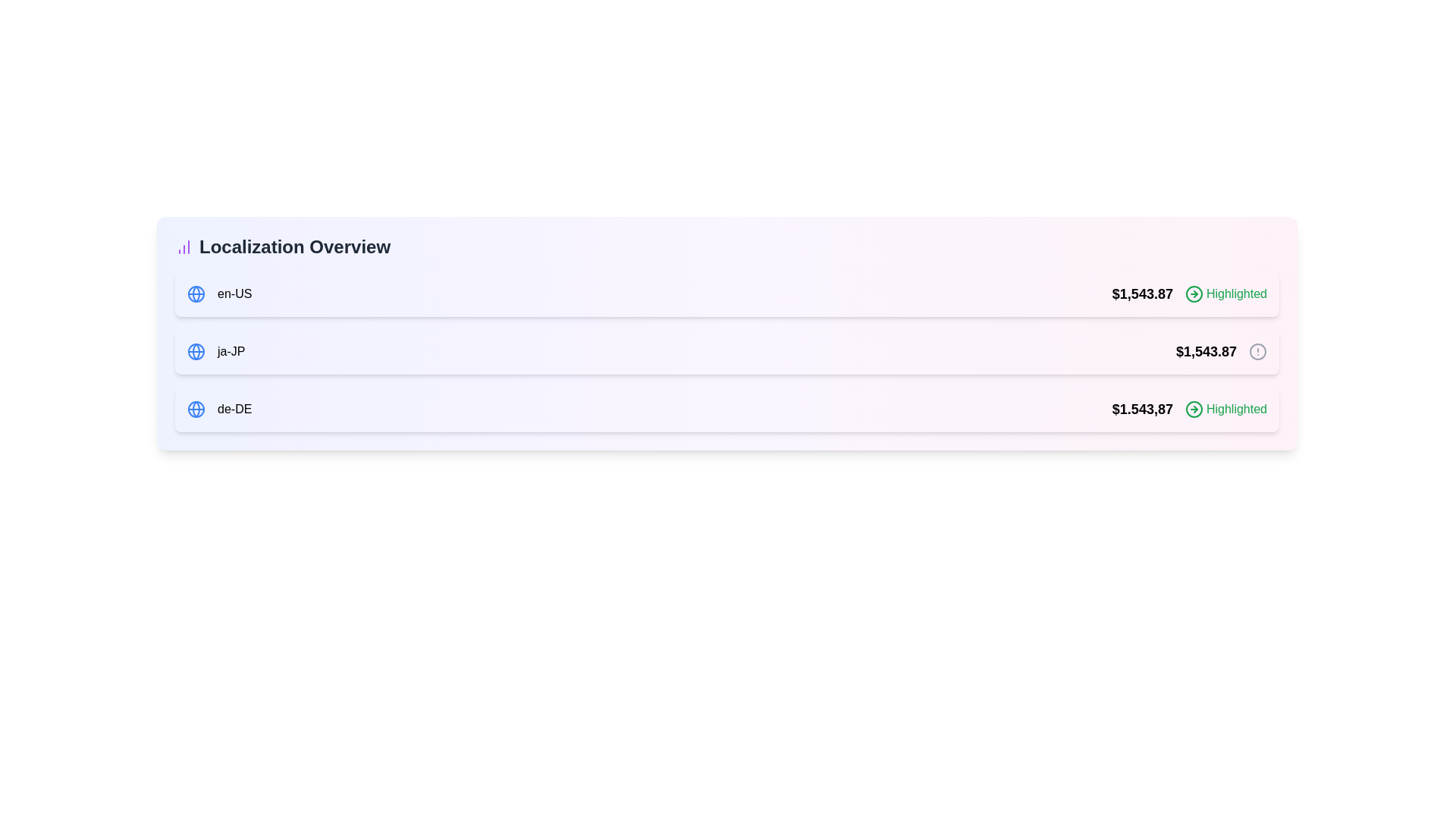  Describe the element at coordinates (1188, 294) in the screenshot. I see `labeled information from the element displaying the dollar amount '$1,543.87' and the label 'Highlighted' styled in green, located next to the 'en-US' entry in the topmost row of the localization information list` at that location.